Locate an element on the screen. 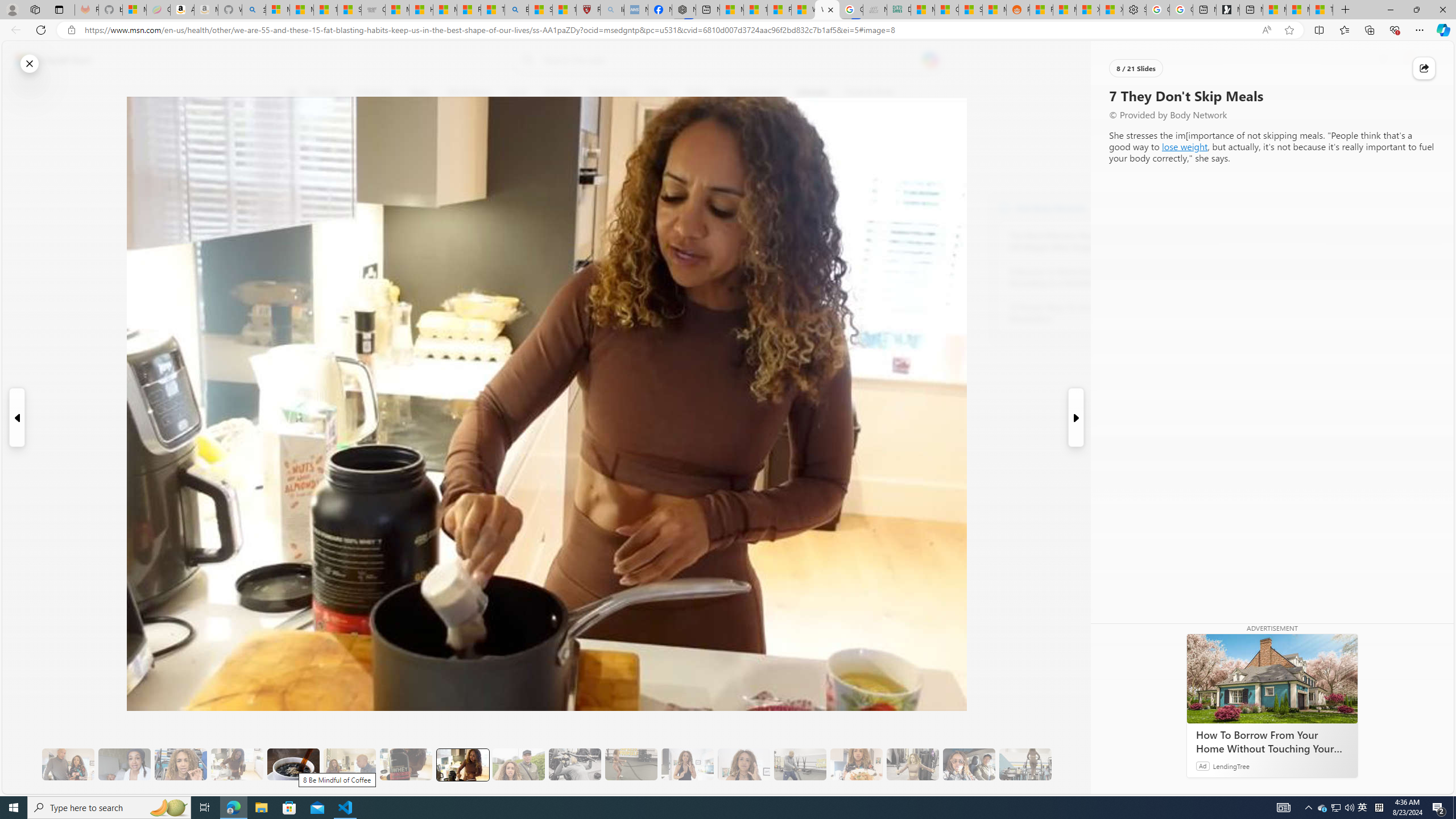  'Back' is located at coordinates (14, 29).